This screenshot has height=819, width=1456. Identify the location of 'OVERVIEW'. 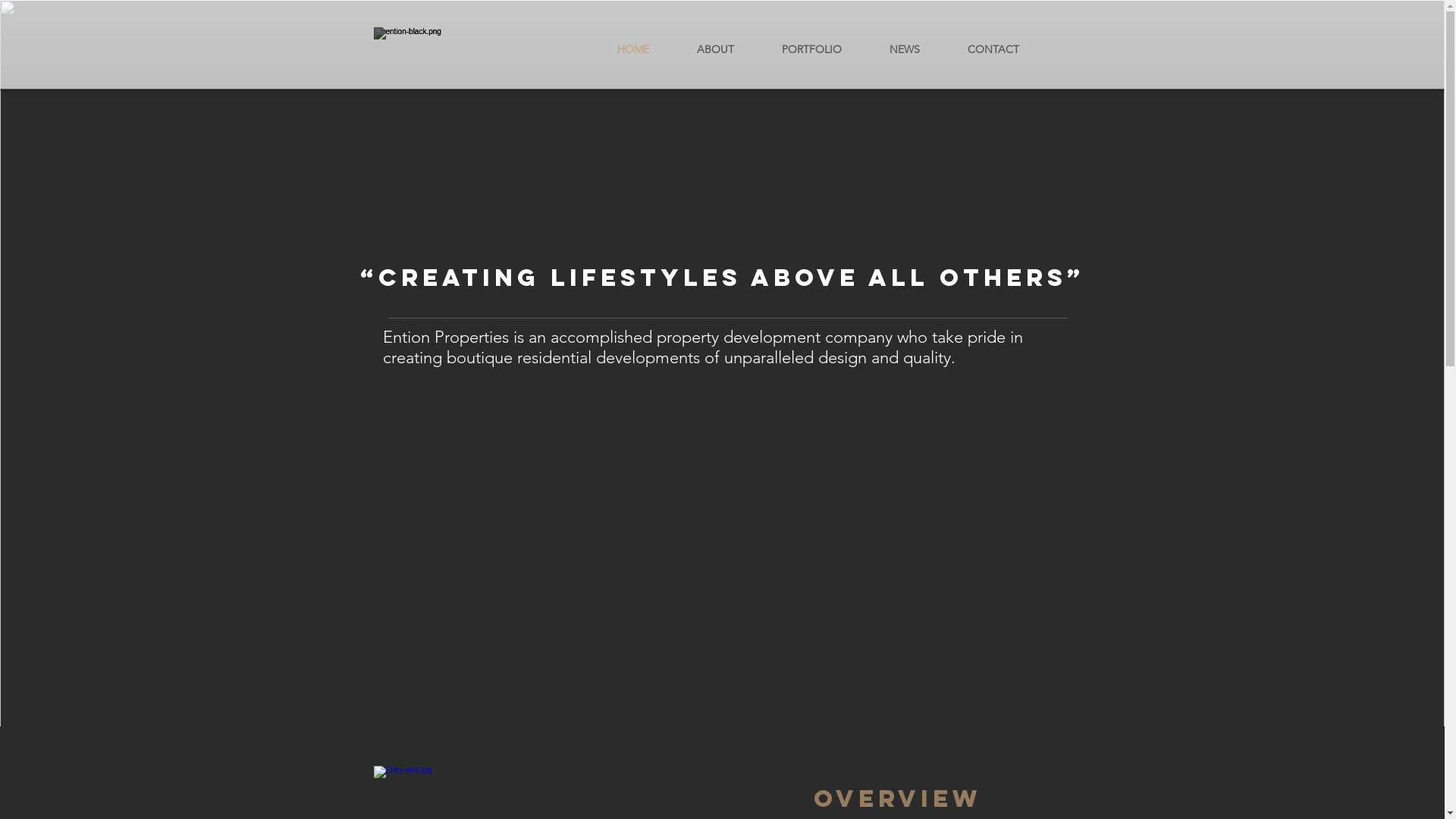
(811, 798).